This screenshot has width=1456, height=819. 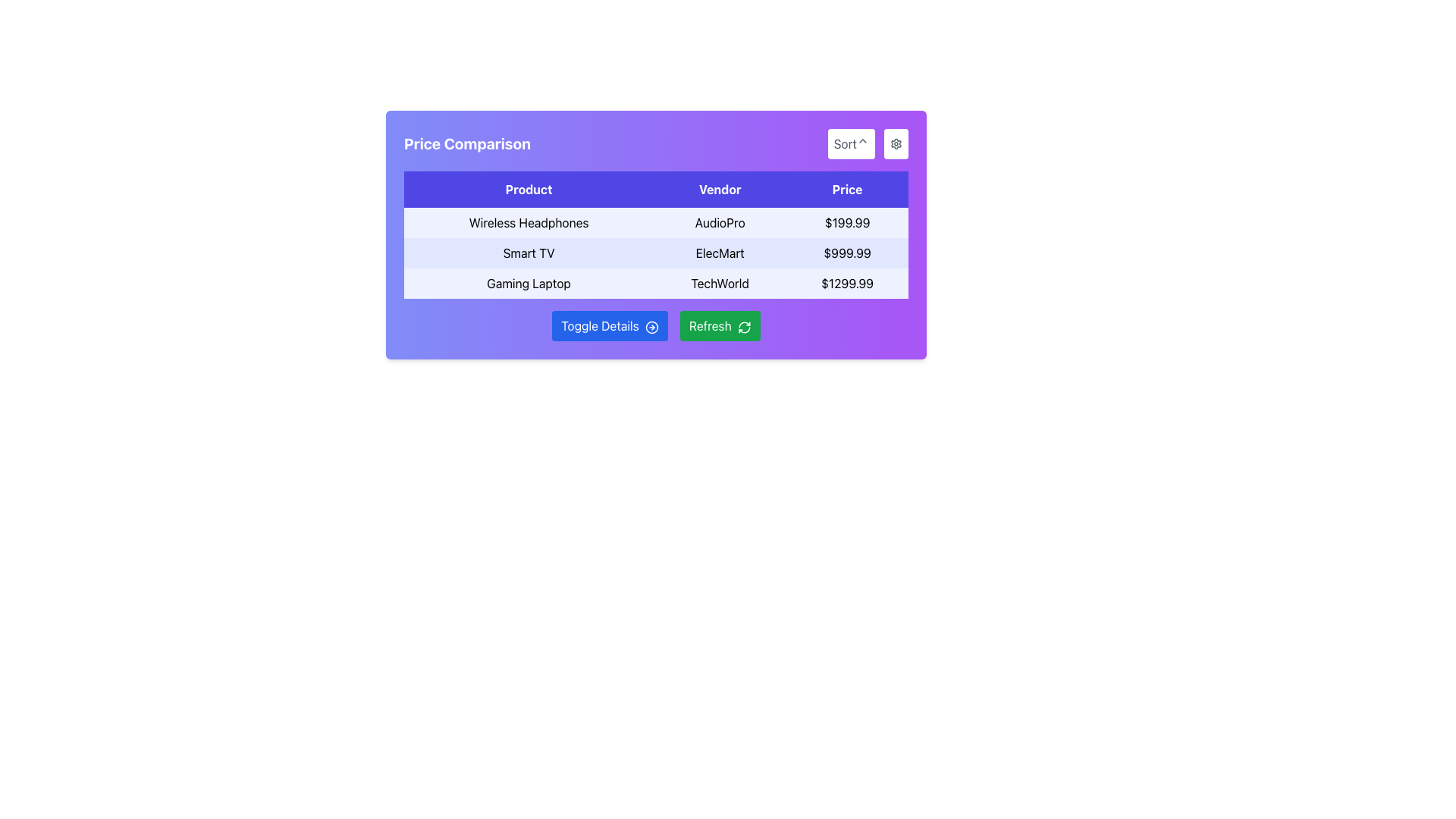 I want to click on the 'Refresh' button, which is a rectangular button with a green background and white text, located to the right of the 'Toggle Details' button below the 'Price Comparison' table, so click(x=719, y=325).